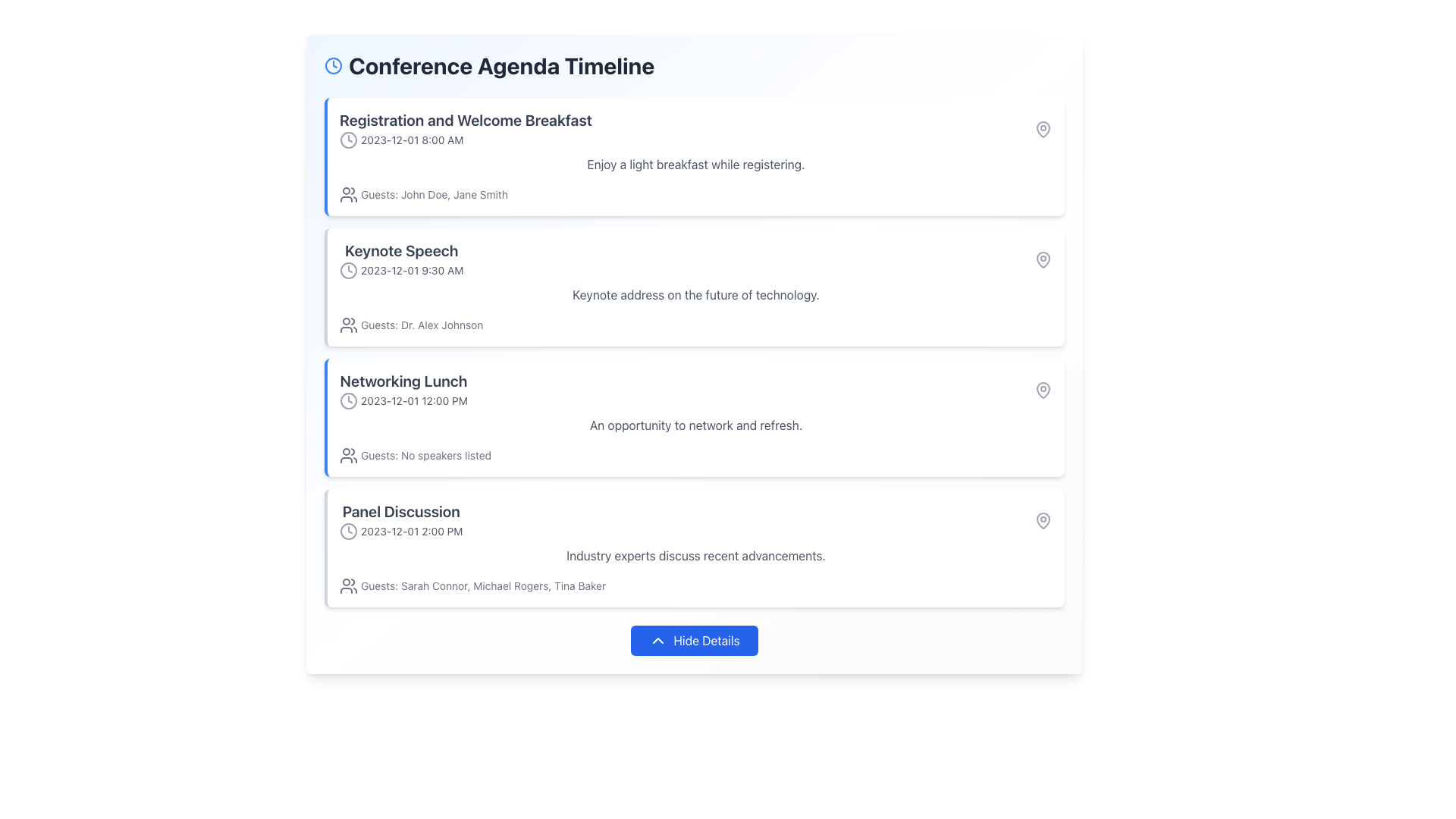  What do you see at coordinates (348, 194) in the screenshot?
I see `the Vector graphic icon representing guests or attendees in the 'Registration and Welcome Breakfast' section, located before the guest names` at bounding box center [348, 194].